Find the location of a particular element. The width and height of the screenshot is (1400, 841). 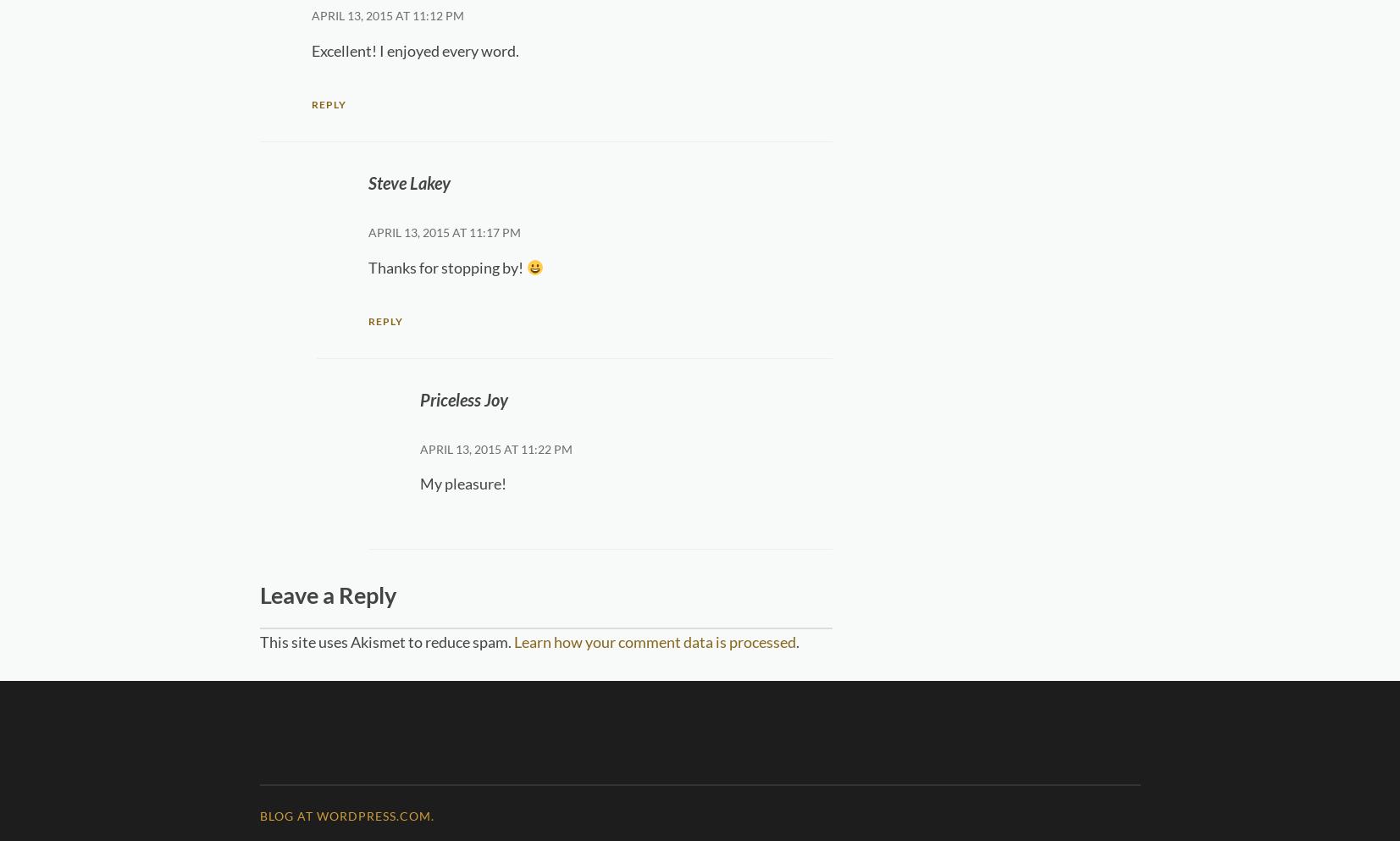

'Priceless Joy' is located at coordinates (462, 397).